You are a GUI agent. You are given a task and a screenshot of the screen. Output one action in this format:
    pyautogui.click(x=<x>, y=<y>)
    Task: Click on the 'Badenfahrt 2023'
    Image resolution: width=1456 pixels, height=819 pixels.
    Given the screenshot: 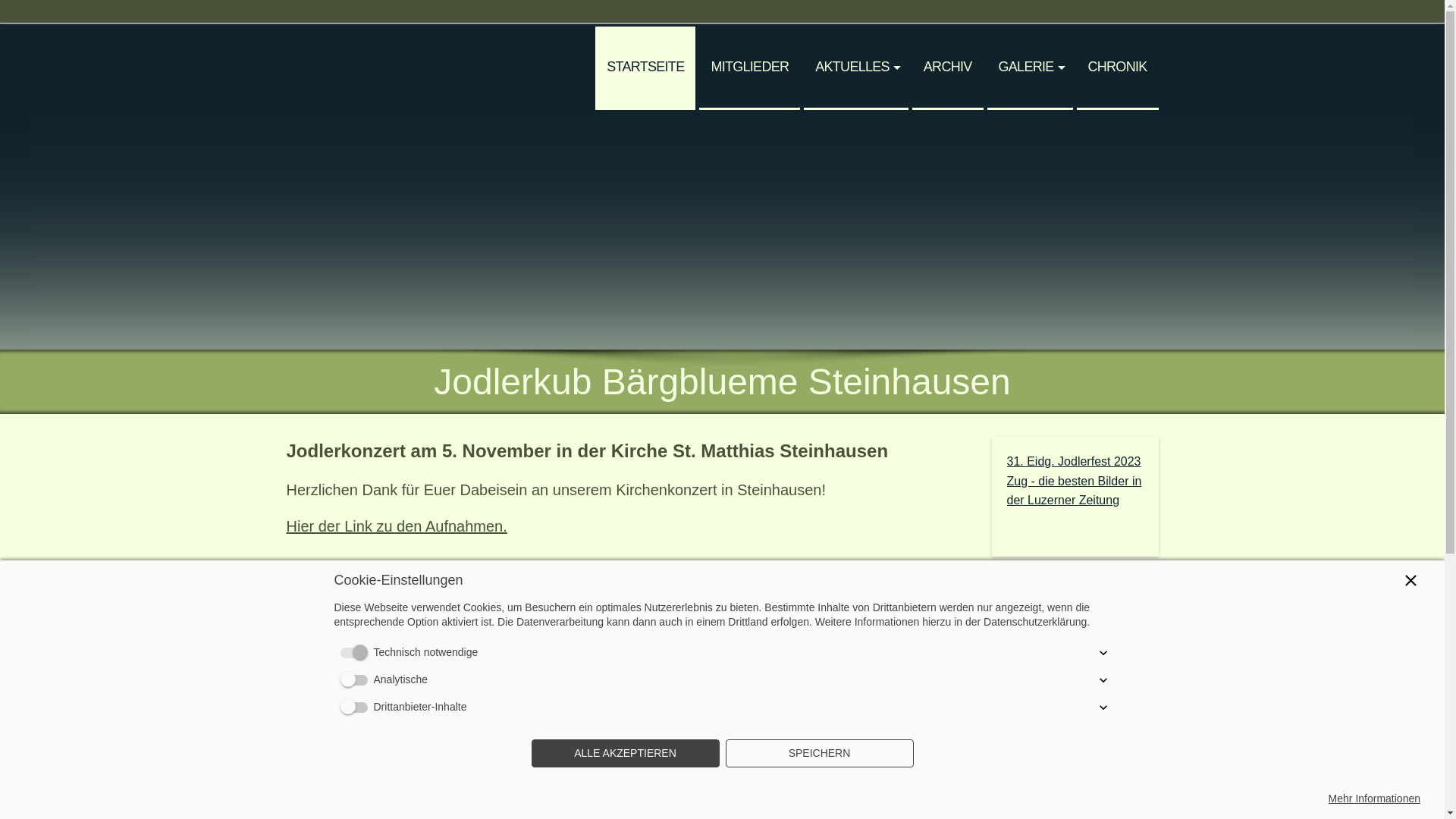 What is the action you would take?
    pyautogui.click(x=576, y=684)
    